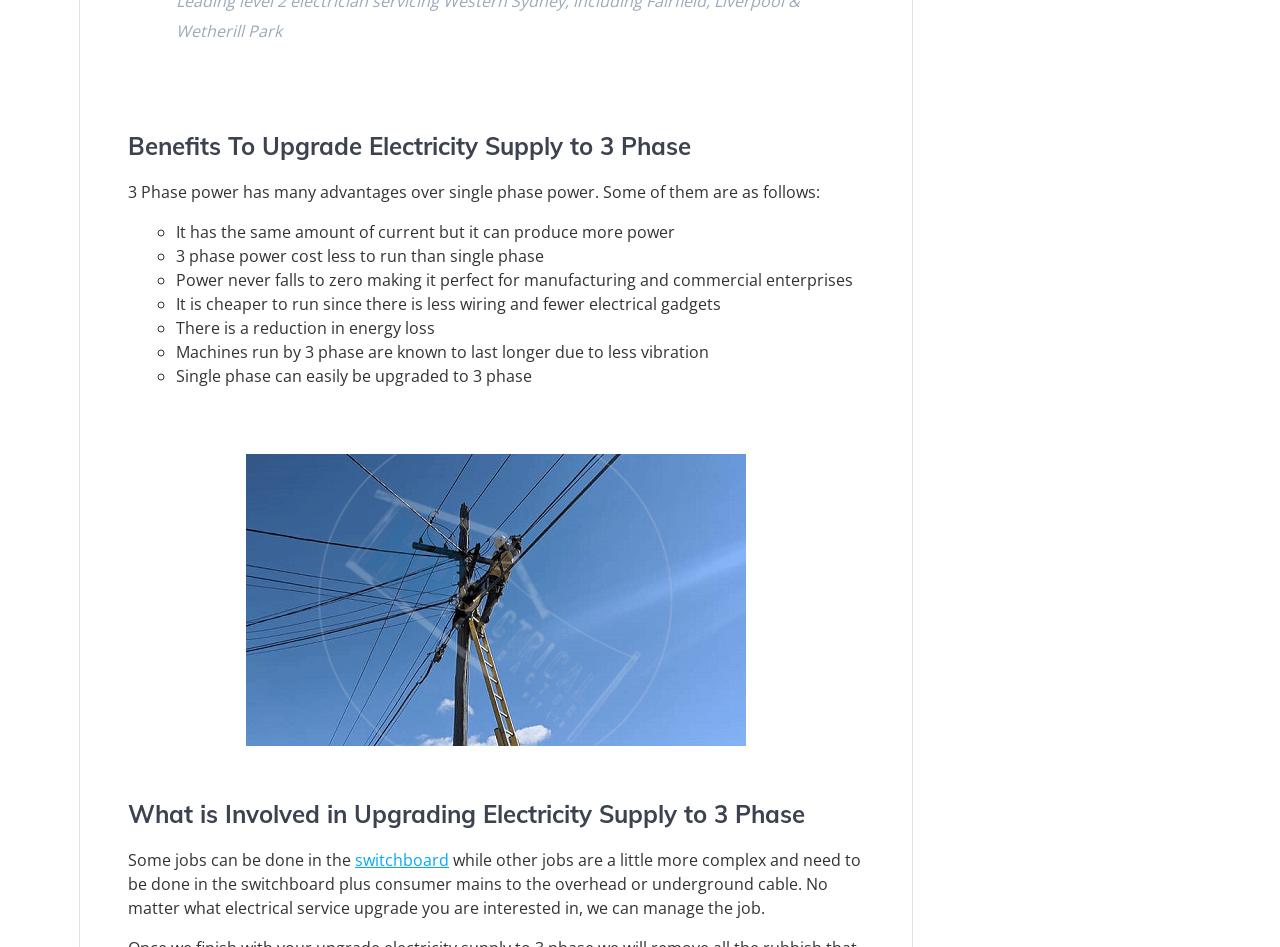  What do you see at coordinates (494, 881) in the screenshot?
I see `'while other jobs are a little more complex and need to be done in the switchboard plus consumer mains to the overhead or underground cable. No matter what electrical service upgrade you are interested in, we can manage the job.'` at bounding box center [494, 881].